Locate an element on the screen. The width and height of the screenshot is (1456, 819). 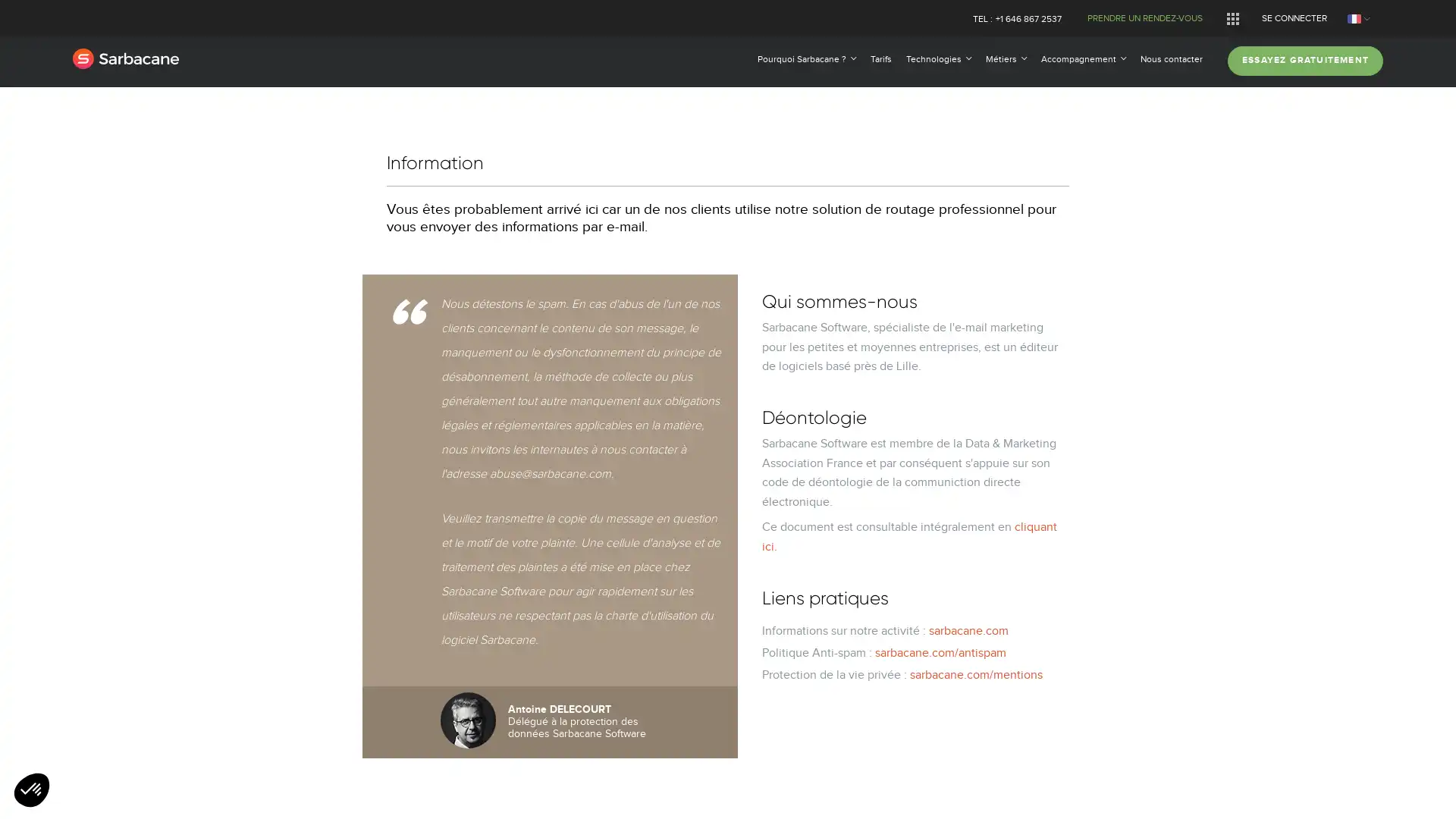
Consentements certifies par is located at coordinates (726, 486).